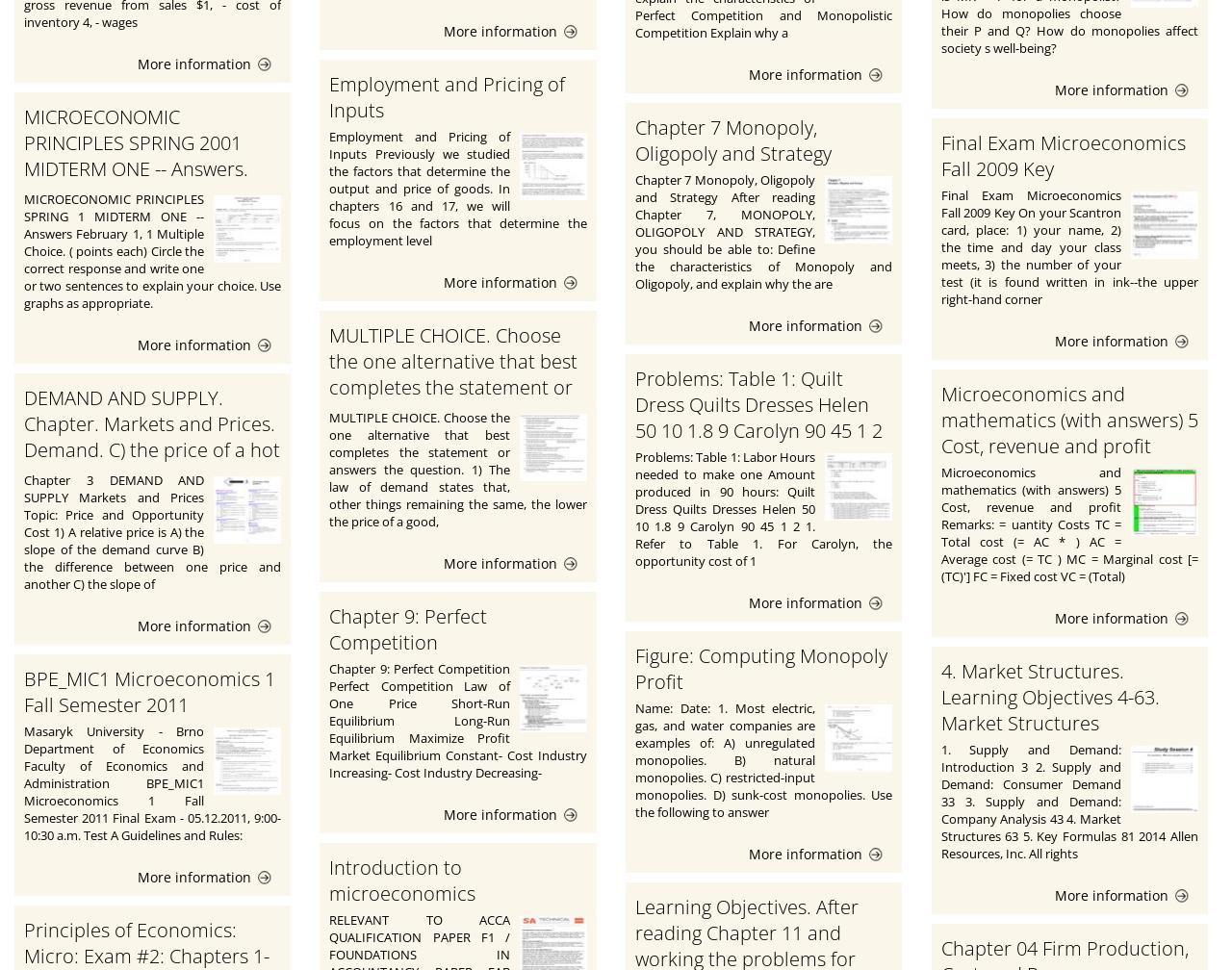 Image resolution: width=1232 pixels, height=970 pixels. Describe the element at coordinates (151, 250) in the screenshot. I see `'MICROECONOMIC PRINCIPLES SPRING 1 MIDTERM ONE -- Answers February 1, 1 Multiple Choice. ( points each) Circle the correct response and write one or two sentences to explain your choice. Use graphs as appropriate.'` at that location.